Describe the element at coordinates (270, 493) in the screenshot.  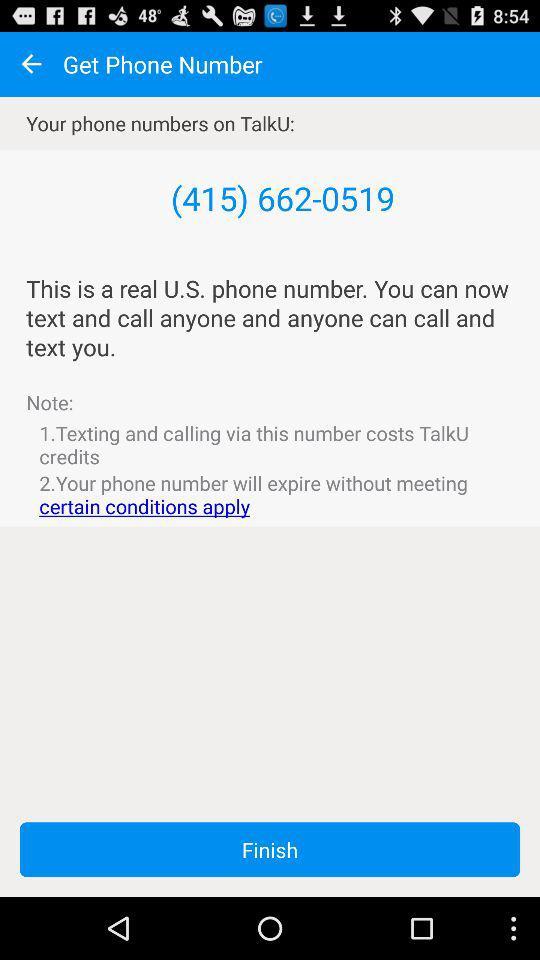
I see `item below 1 texting and icon` at that location.